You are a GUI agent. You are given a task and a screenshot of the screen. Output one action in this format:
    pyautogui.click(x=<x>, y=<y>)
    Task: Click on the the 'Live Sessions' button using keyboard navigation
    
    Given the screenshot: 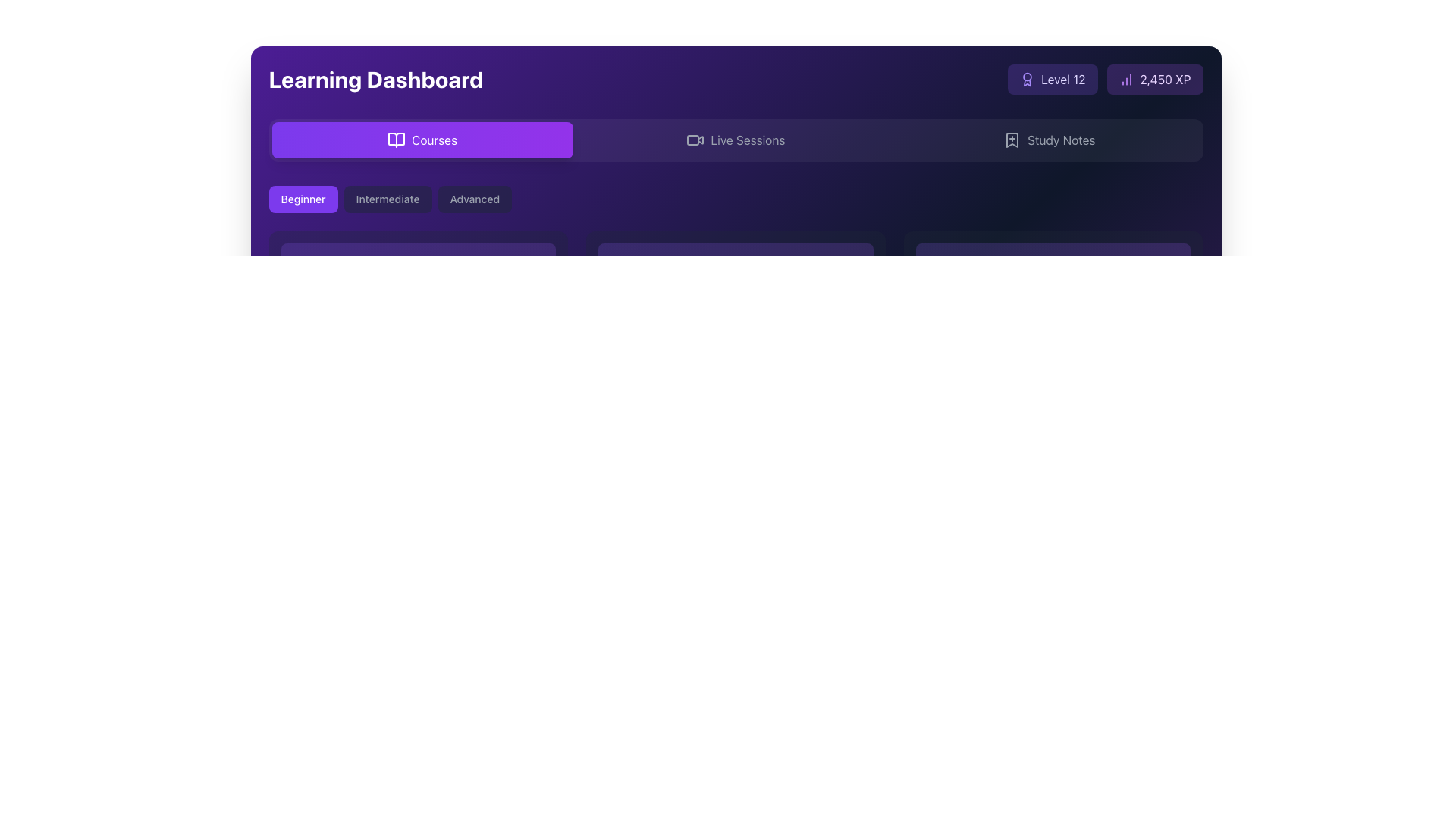 What is the action you would take?
    pyautogui.click(x=736, y=140)
    